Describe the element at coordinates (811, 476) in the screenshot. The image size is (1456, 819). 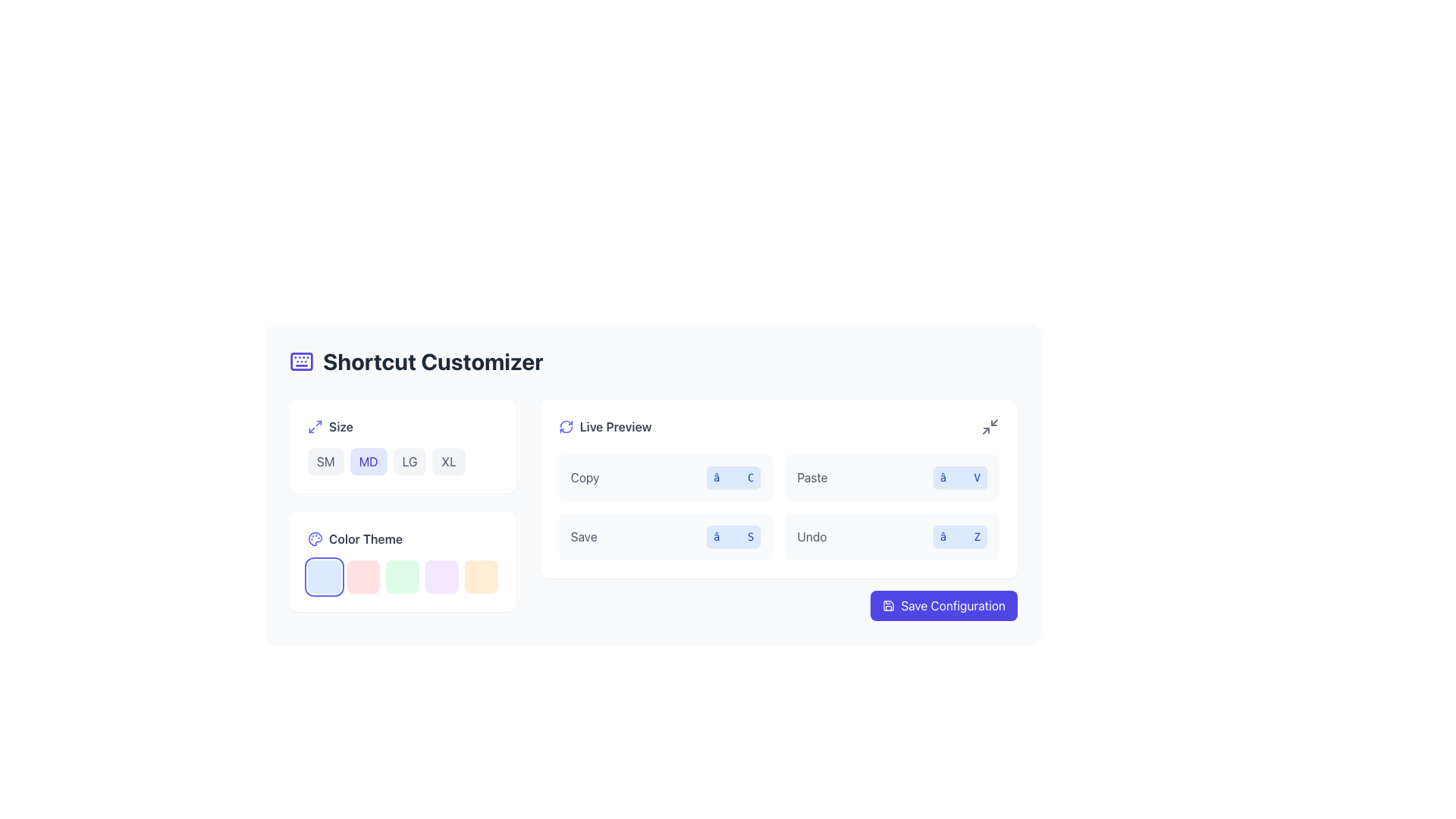
I see `the 'Paste' label located in the second row of the 'Live Preview' section, positioned to the right of the 'Copy' label and to the left of the shortcut combination '⌘ V'` at that location.